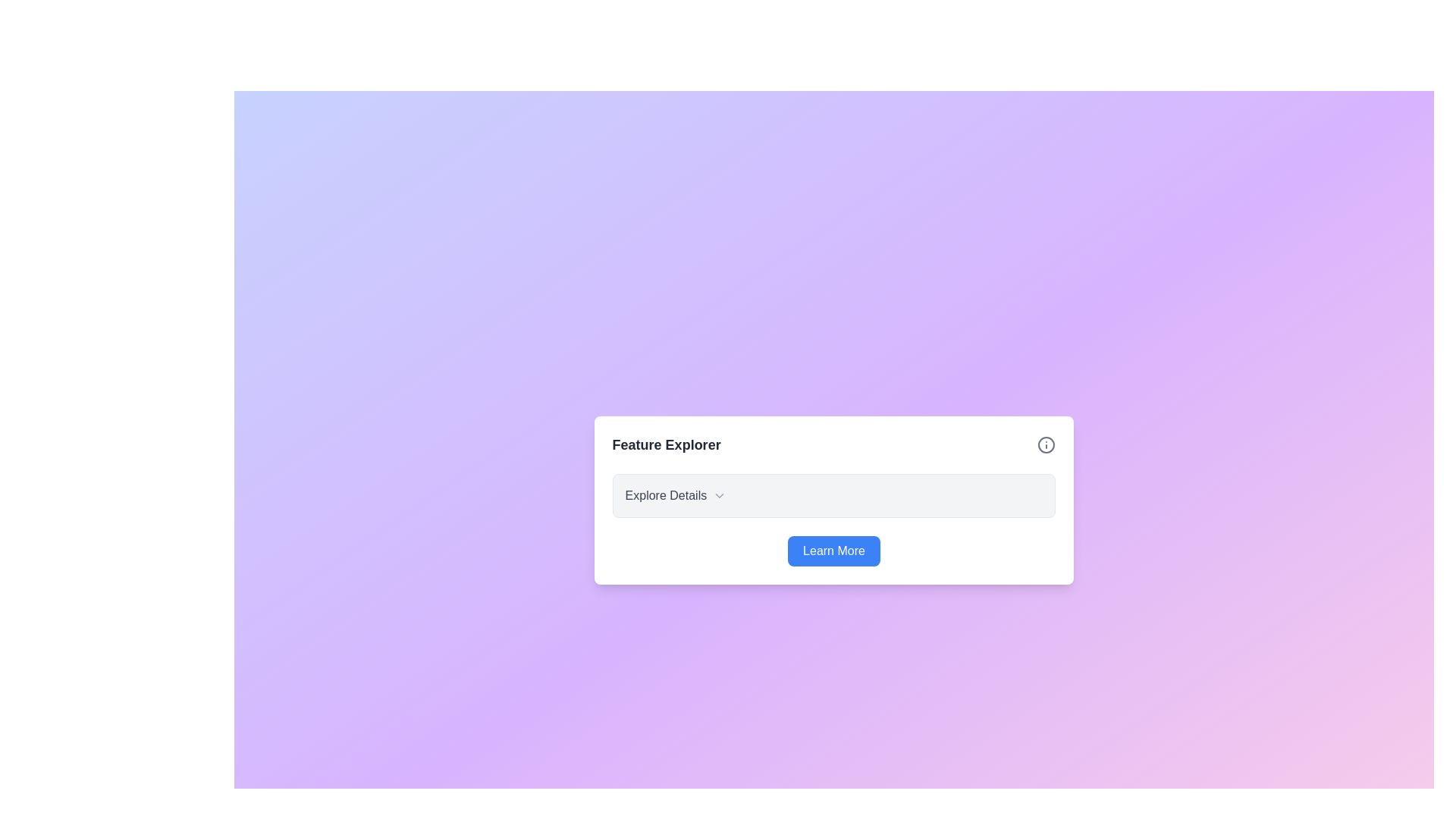  What do you see at coordinates (1046, 444) in the screenshot?
I see `the central circular shape of the informational icon located in the top-right corner of the card interface, adjacent to the 'Feature Explorer' text and dropdown menu` at bounding box center [1046, 444].